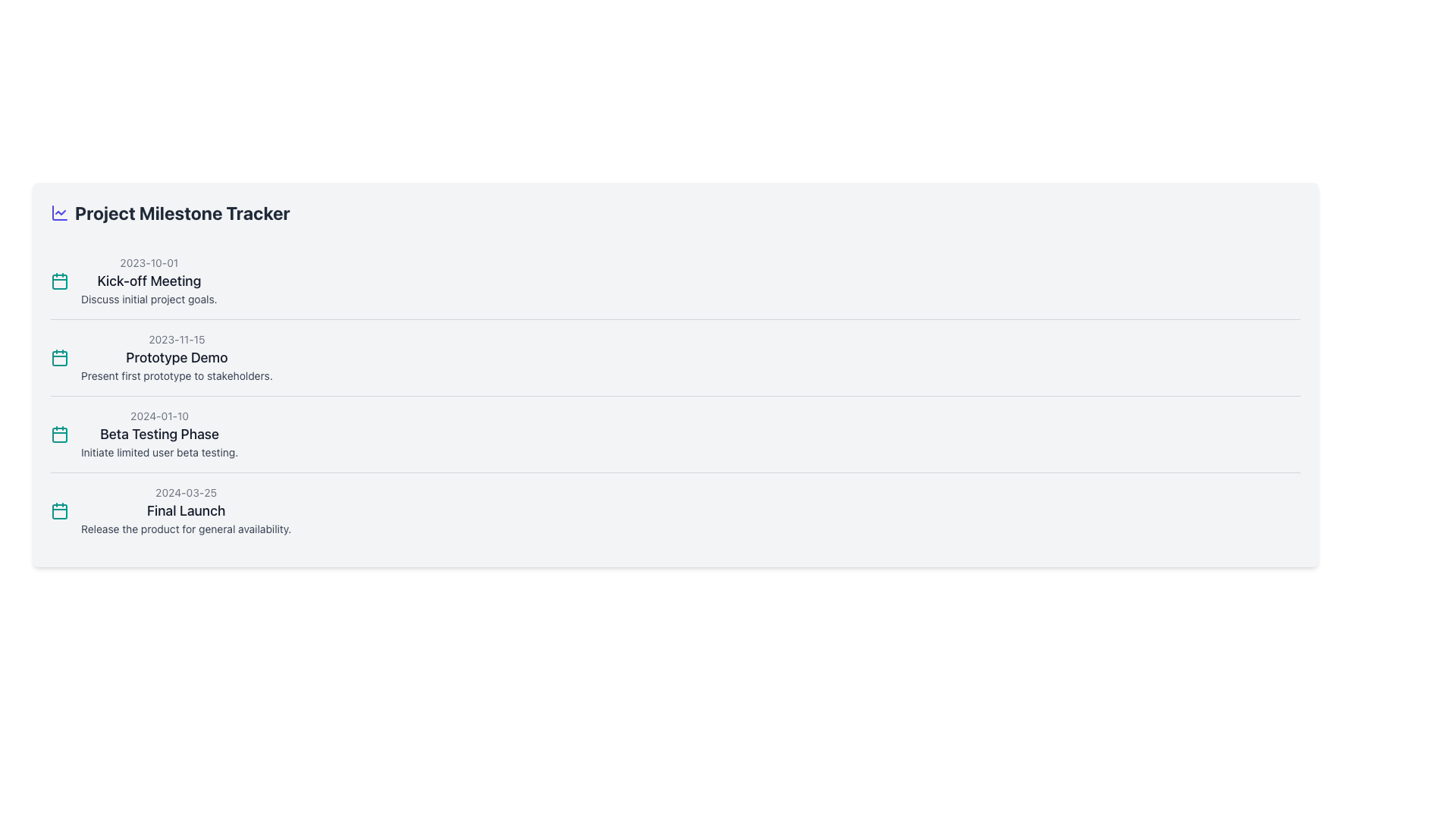  Describe the element at coordinates (185, 529) in the screenshot. I see `additional descriptive information about the milestone 'Final Launch' that is located underneath the timestamp '2024-03-25'` at that location.